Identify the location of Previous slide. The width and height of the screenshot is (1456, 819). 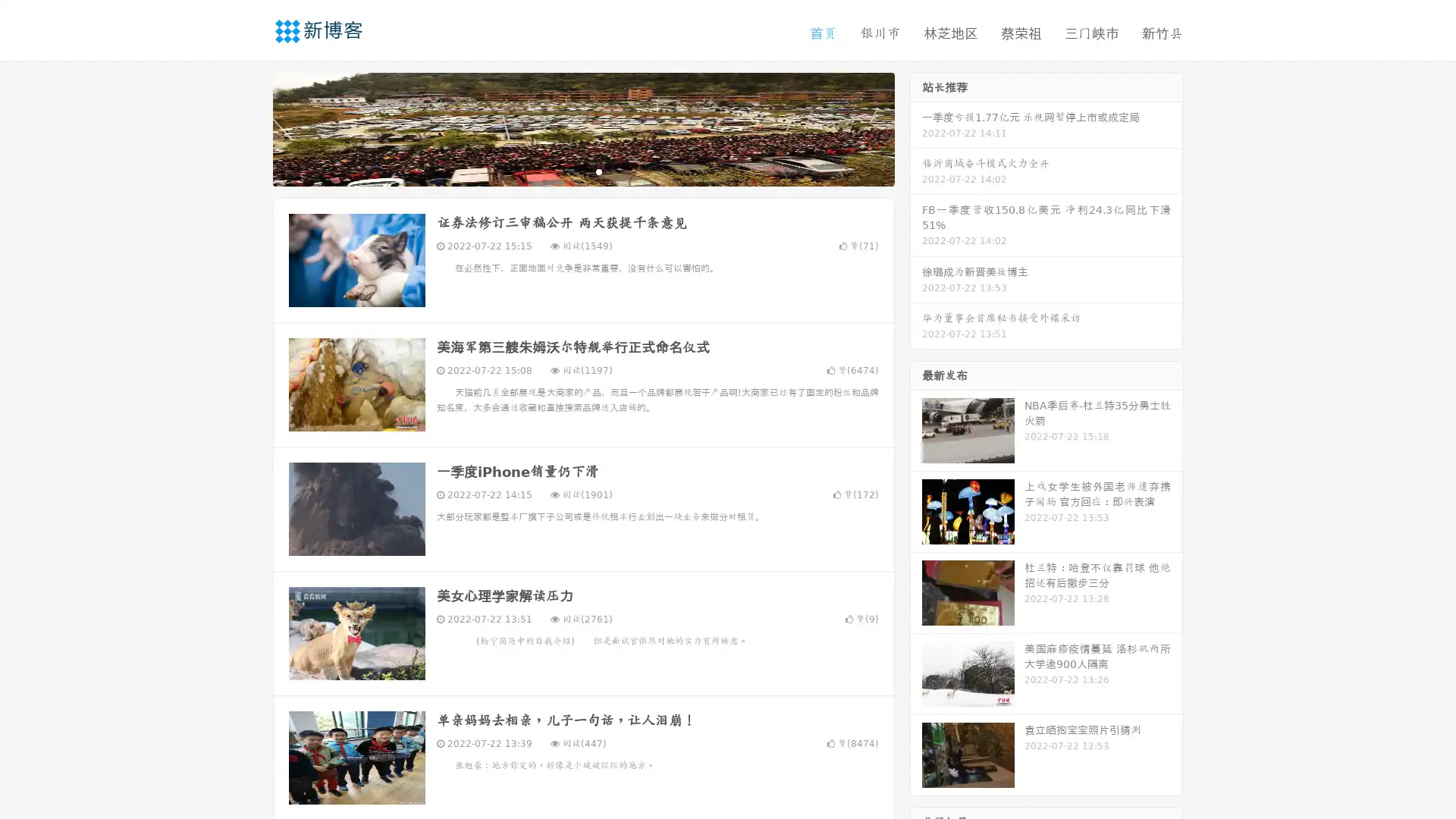
(250, 127).